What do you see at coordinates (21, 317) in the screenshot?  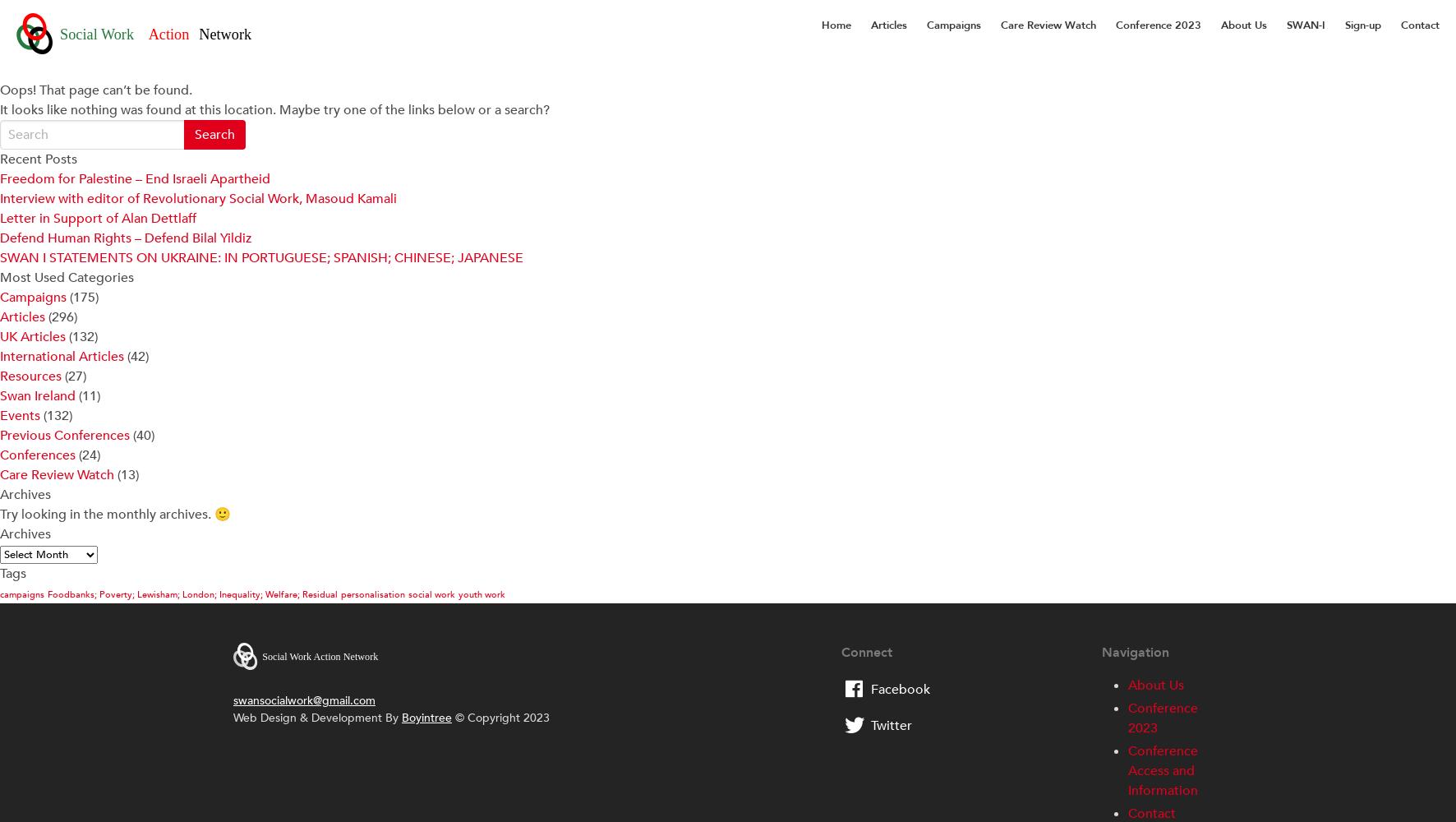 I see `'Articles'` at bounding box center [21, 317].